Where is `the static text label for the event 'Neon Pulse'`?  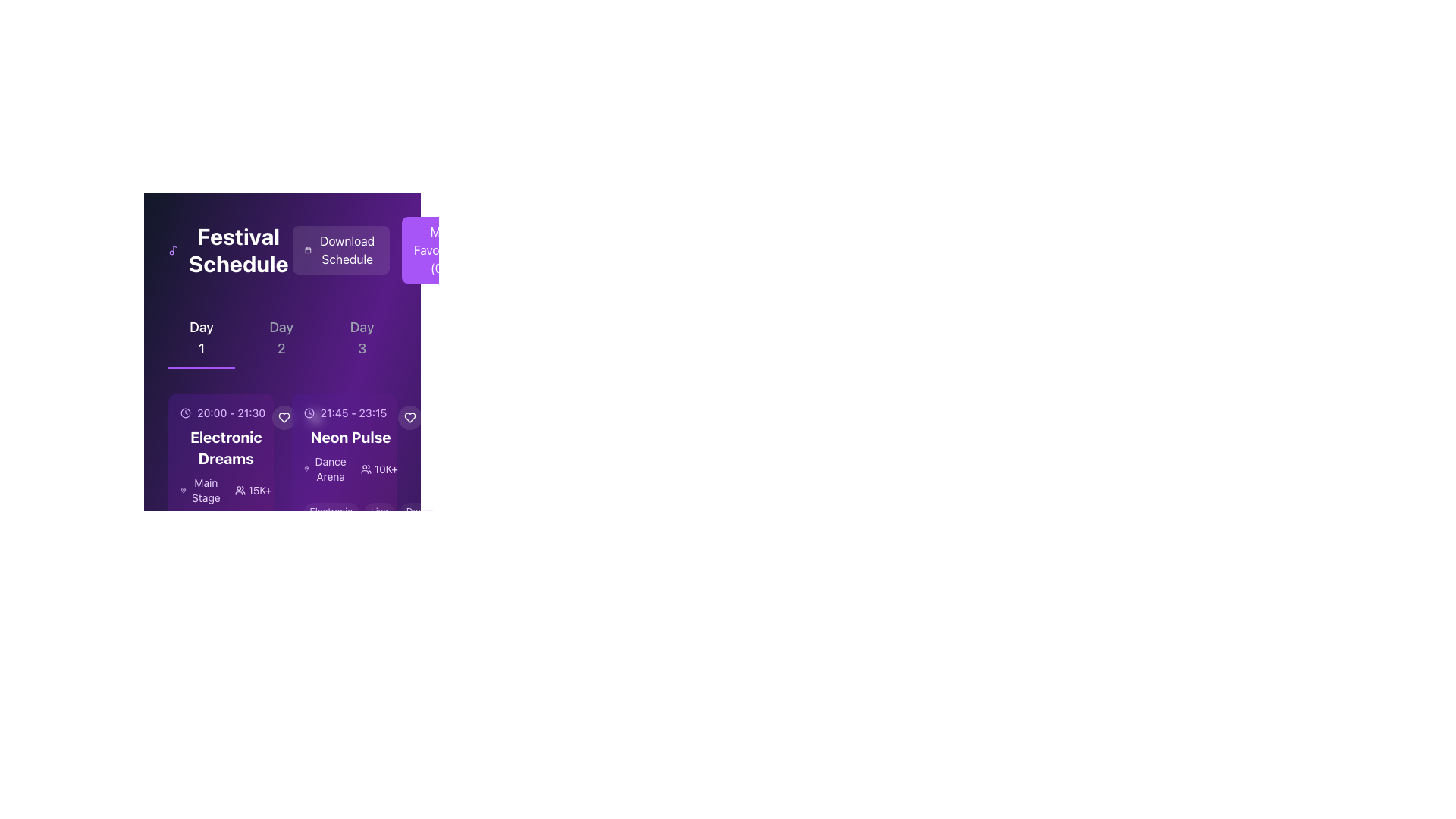
the static text label for the event 'Neon Pulse' is located at coordinates (350, 438).